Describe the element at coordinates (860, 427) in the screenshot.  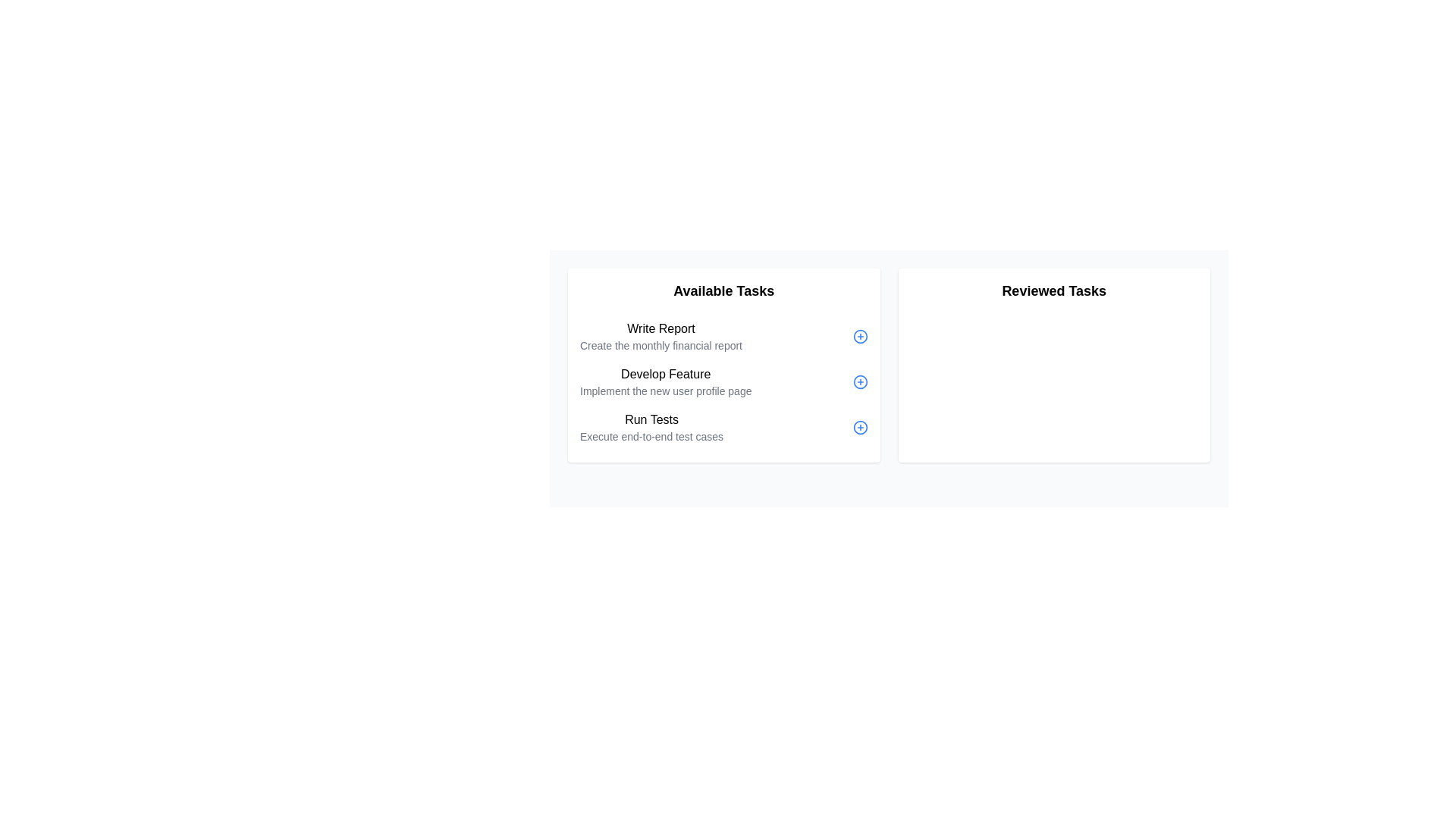
I see `the Circular Icon at the far-right end of the 'Run Tests' task entry` at that location.